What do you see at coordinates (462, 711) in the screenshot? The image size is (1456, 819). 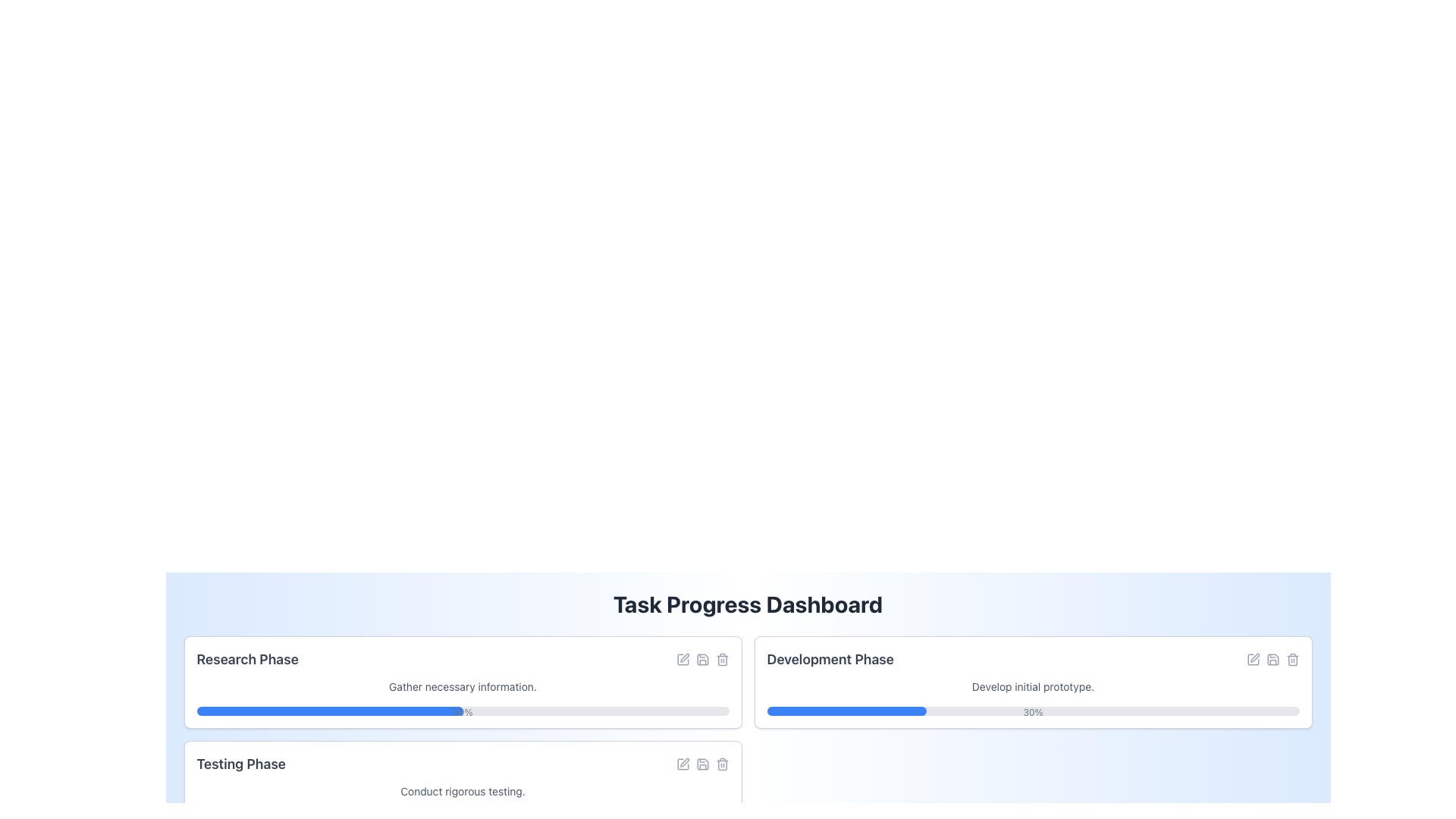 I see `the progress bar at the bottom of the 'Research Phase' card in the 'Task Progress Dashboard'` at bounding box center [462, 711].